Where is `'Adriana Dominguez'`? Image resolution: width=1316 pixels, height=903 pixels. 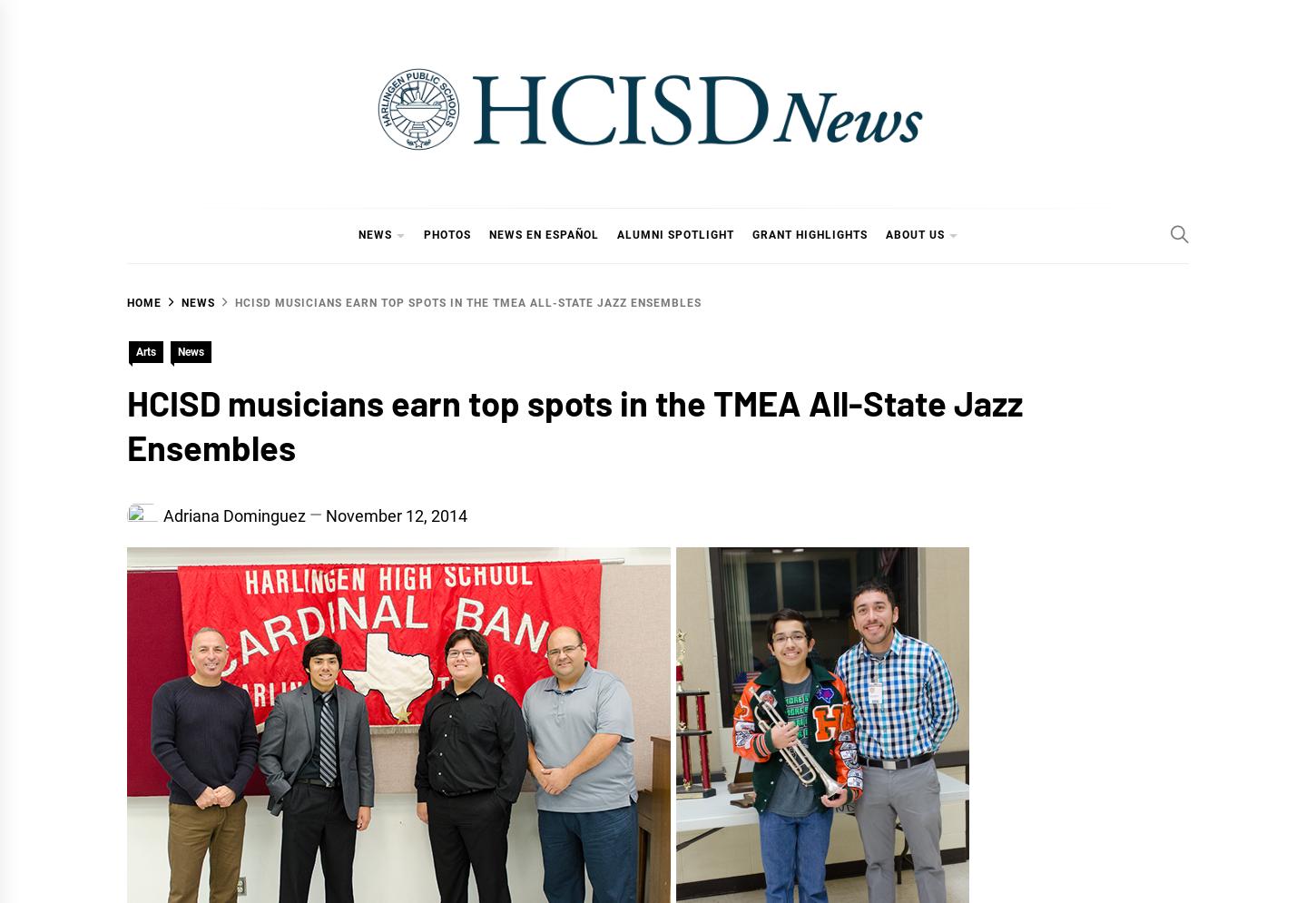
'Adriana Dominguez' is located at coordinates (162, 515).